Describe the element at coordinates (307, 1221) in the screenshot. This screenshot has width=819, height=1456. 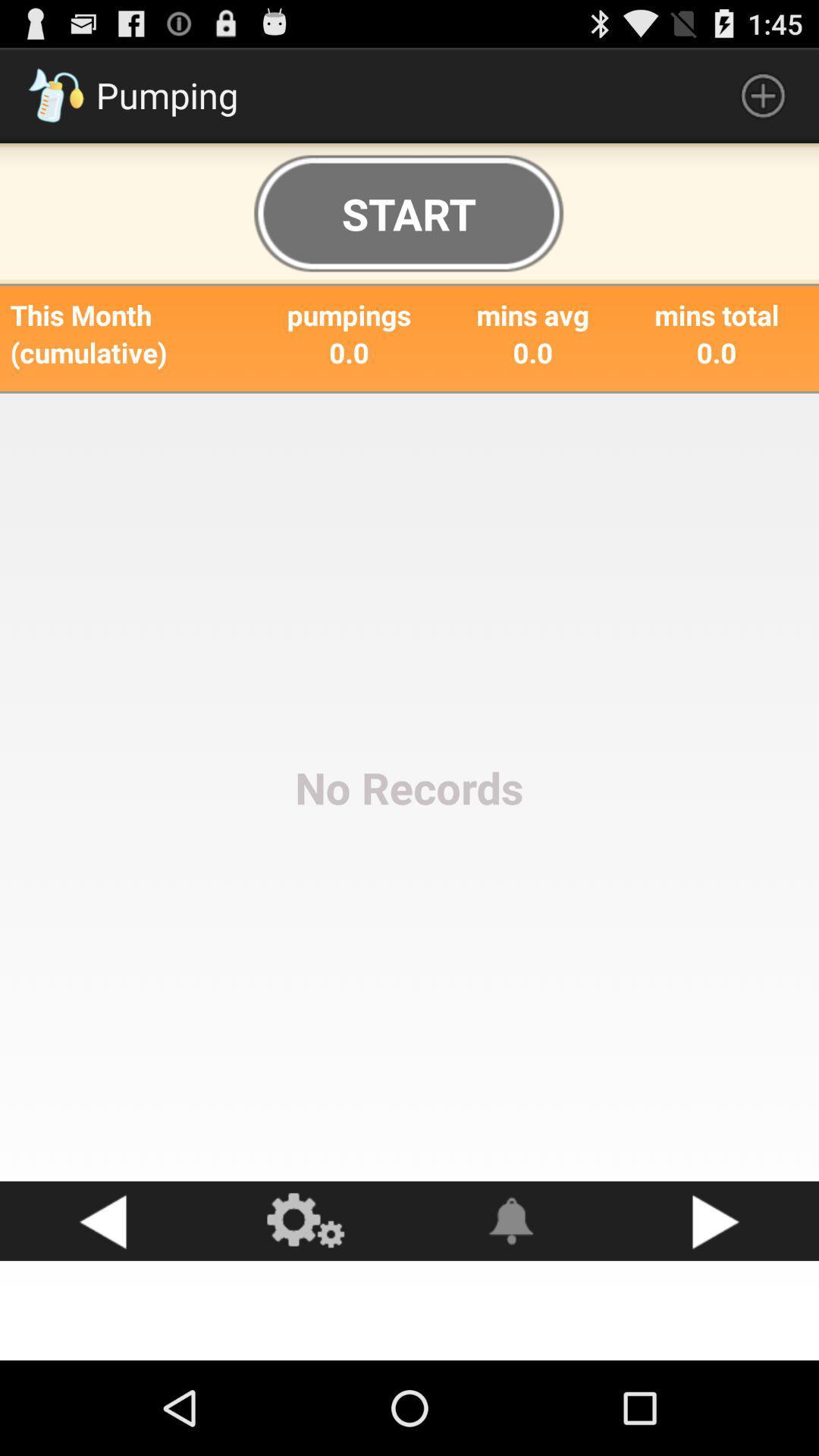
I see `settings` at that location.